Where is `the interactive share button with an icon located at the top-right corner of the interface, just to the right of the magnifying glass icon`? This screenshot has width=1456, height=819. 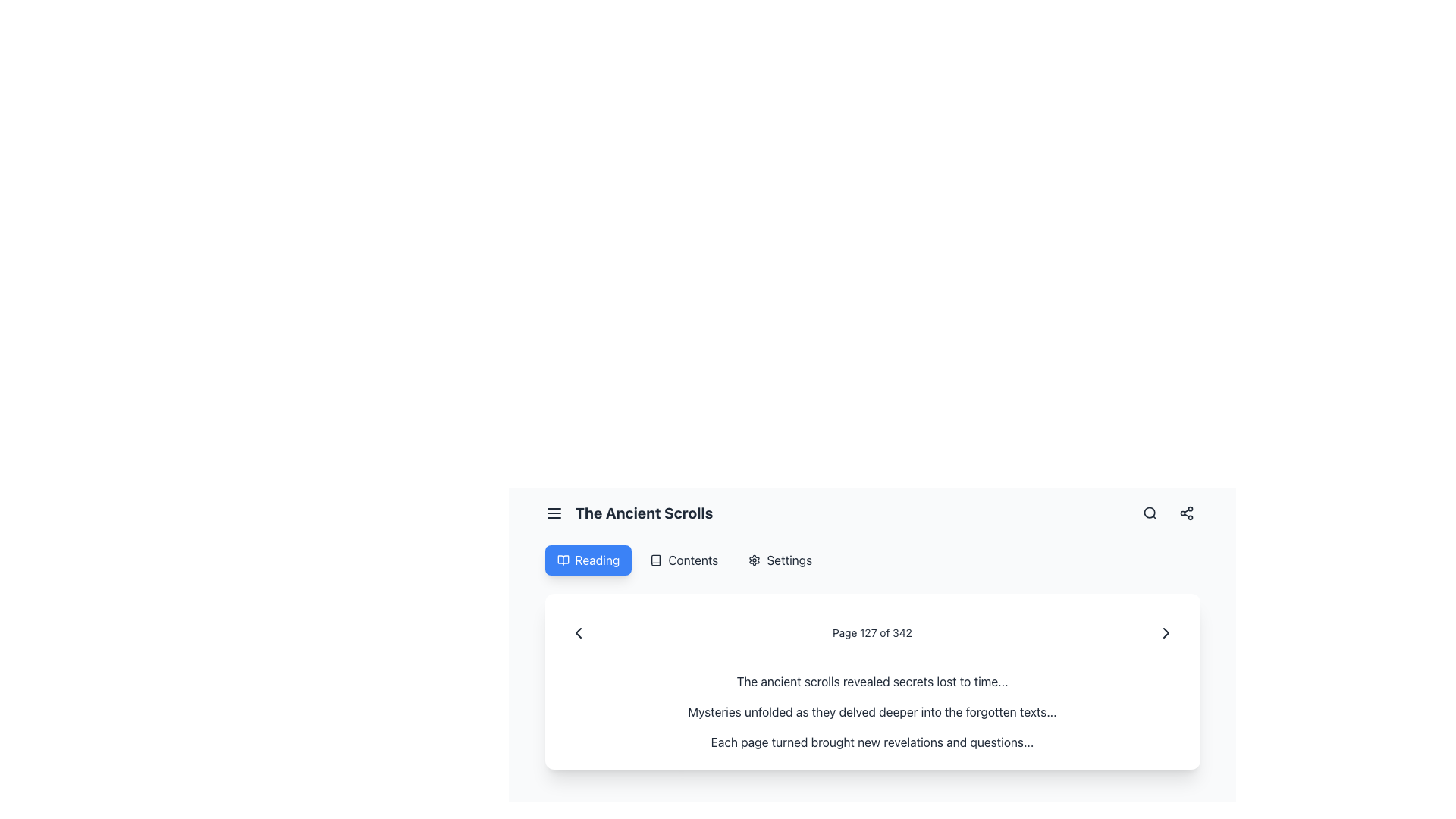 the interactive share button with an icon located at the top-right corner of the interface, just to the right of the magnifying glass icon is located at coordinates (1185, 513).